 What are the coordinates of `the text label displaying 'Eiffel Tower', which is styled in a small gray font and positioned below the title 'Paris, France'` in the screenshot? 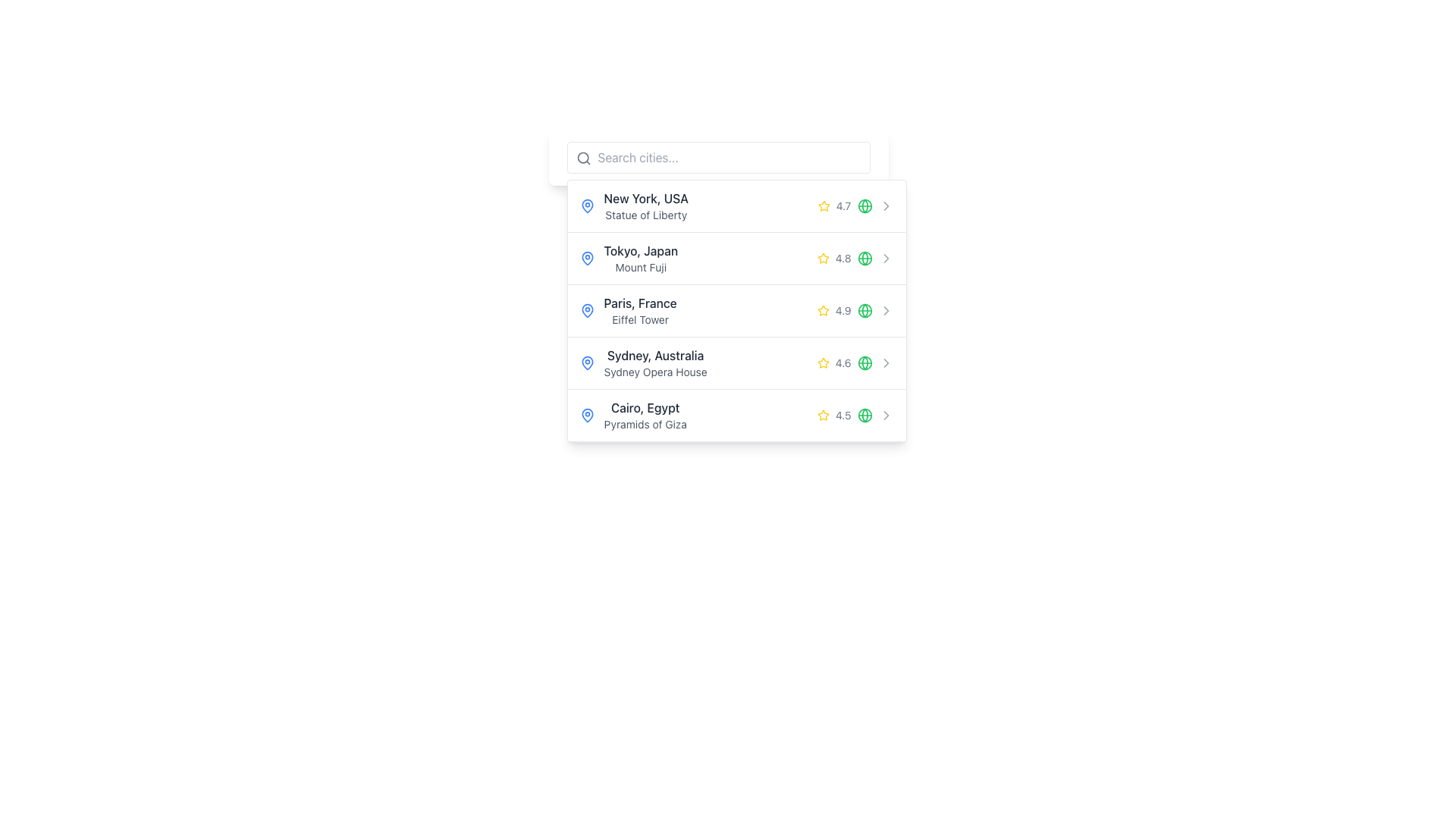 It's located at (640, 318).